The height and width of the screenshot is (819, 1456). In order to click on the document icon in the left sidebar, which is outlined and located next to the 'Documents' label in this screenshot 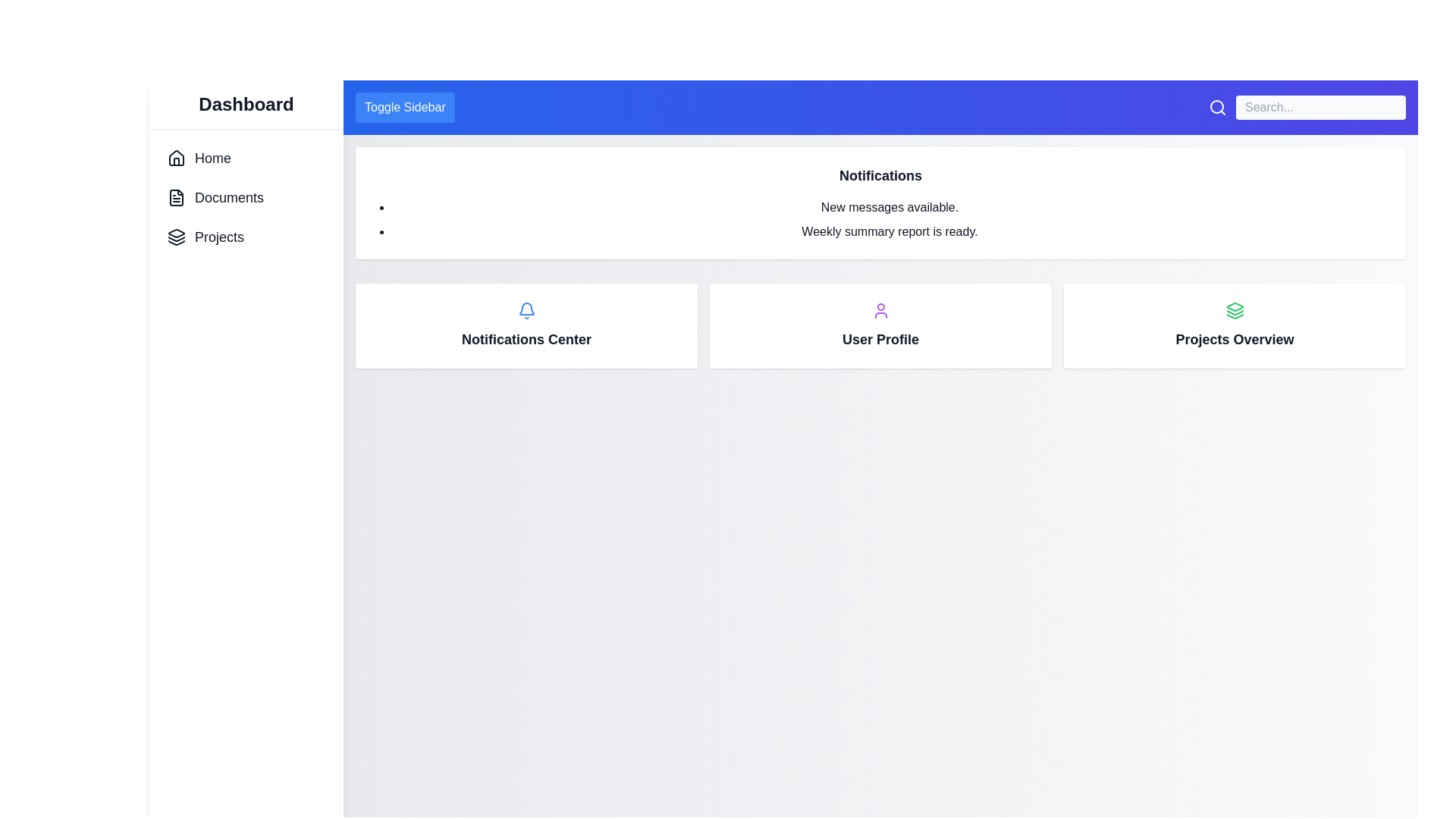, I will do `click(177, 197)`.